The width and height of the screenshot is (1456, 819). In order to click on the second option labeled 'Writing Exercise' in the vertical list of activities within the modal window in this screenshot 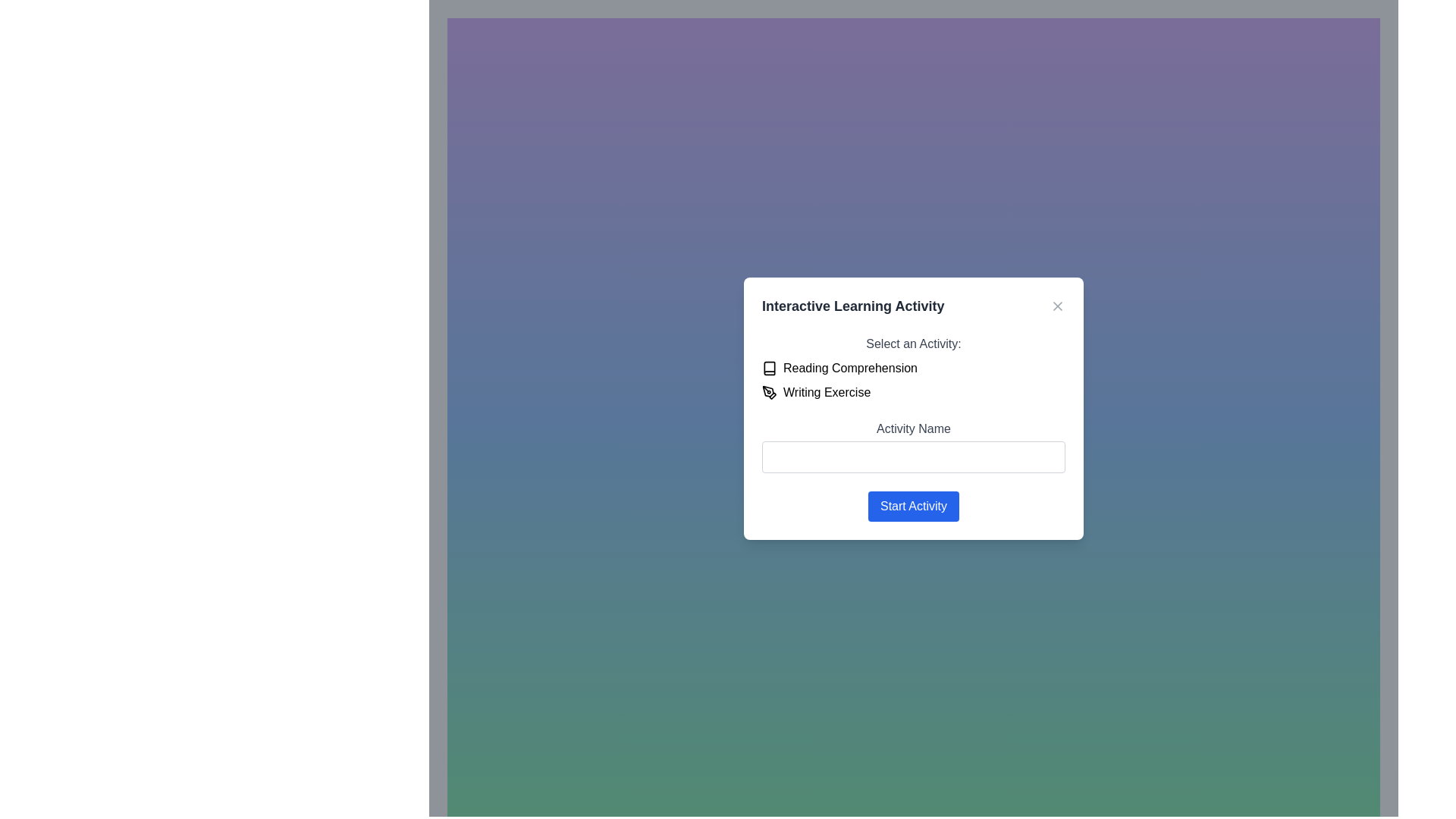, I will do `click(912, 391)`.